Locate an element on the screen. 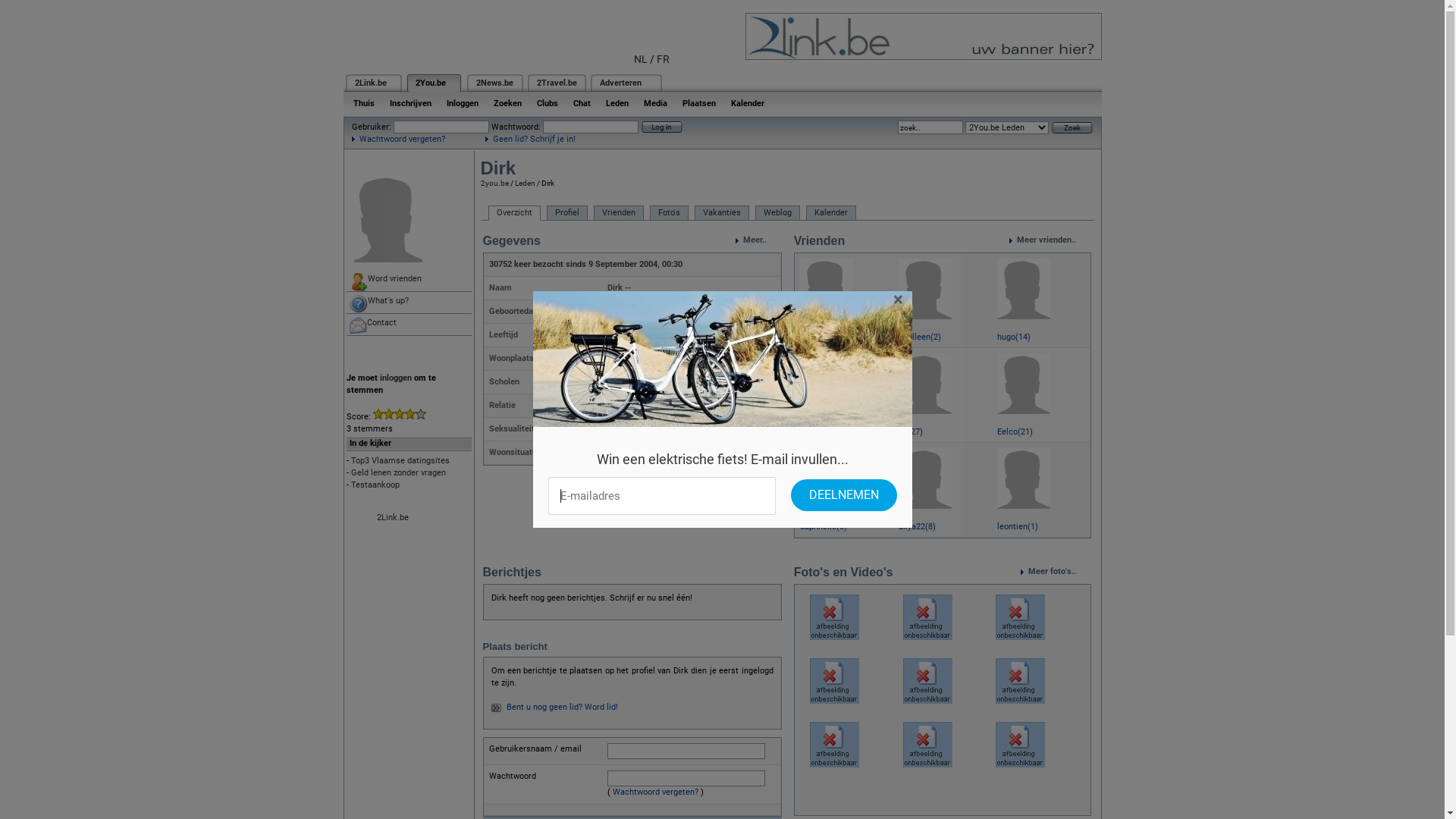 Image resolution: width=1456 pixels, height=819 pixels. 'Leden' is located at coordinates (596, 102).